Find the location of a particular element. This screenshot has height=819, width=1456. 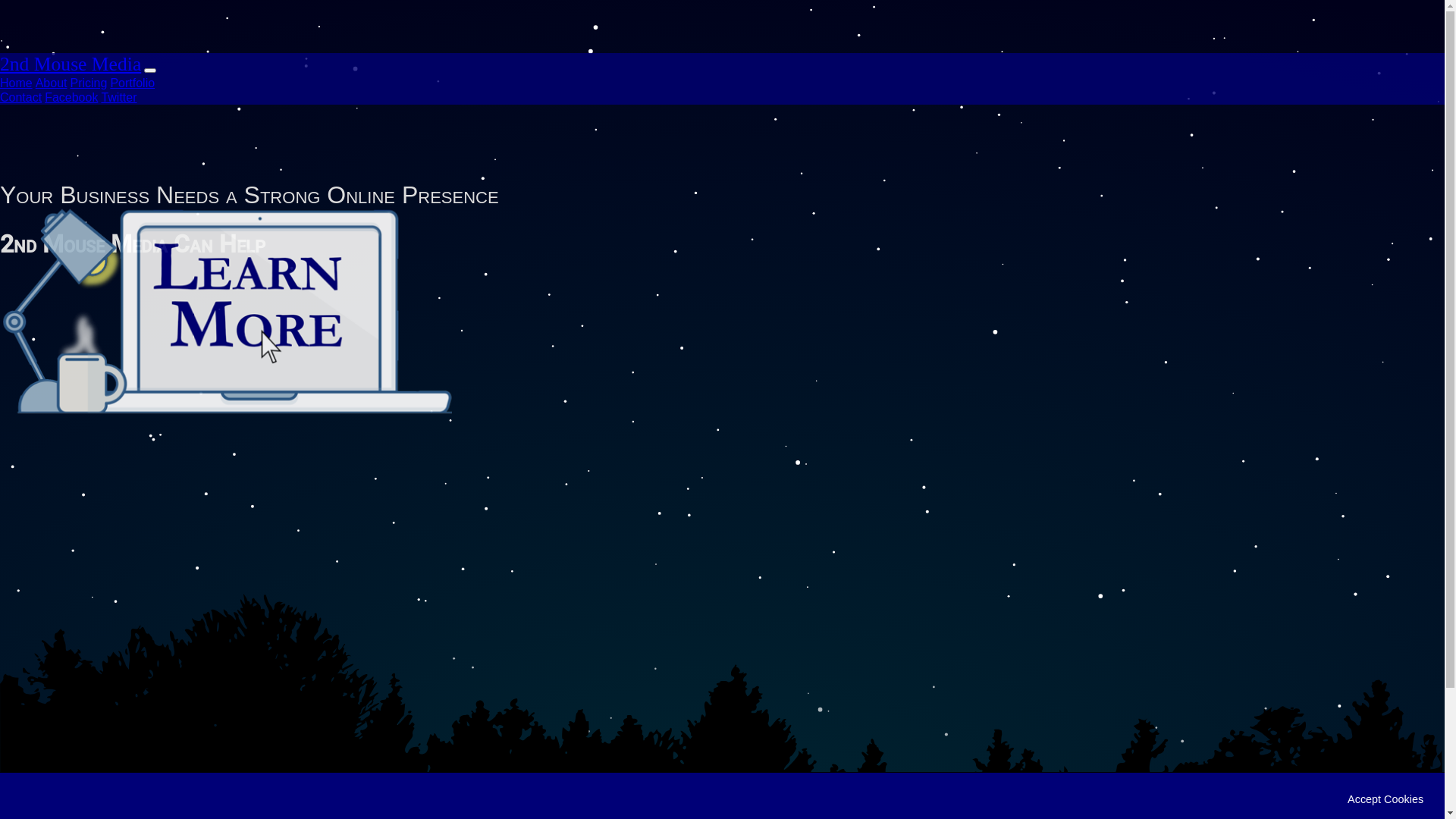

'Pricing' is located at coordinates (87, 83).